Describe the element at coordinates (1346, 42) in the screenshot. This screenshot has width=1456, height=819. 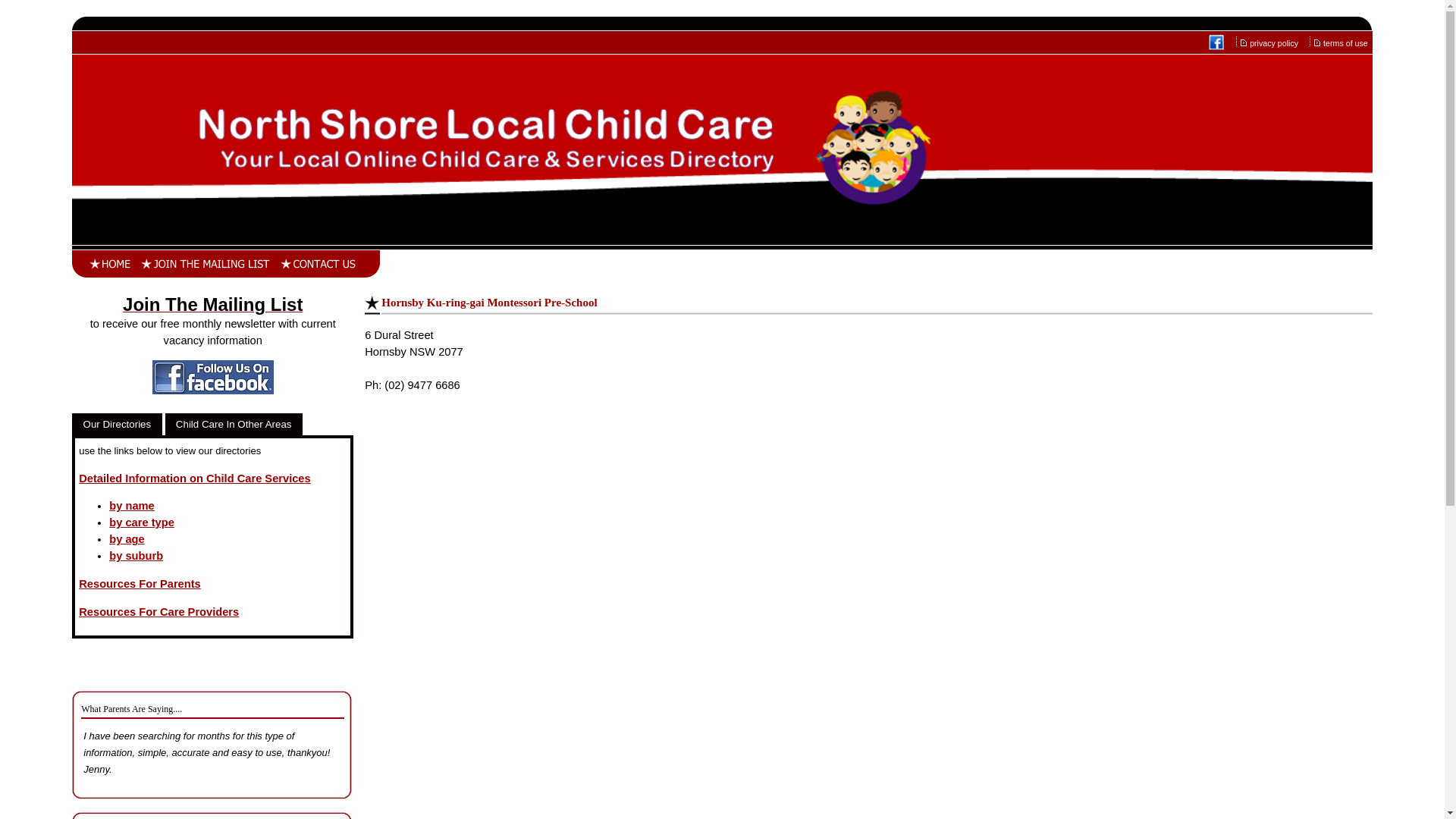
I see `'terms of use'` at that location.